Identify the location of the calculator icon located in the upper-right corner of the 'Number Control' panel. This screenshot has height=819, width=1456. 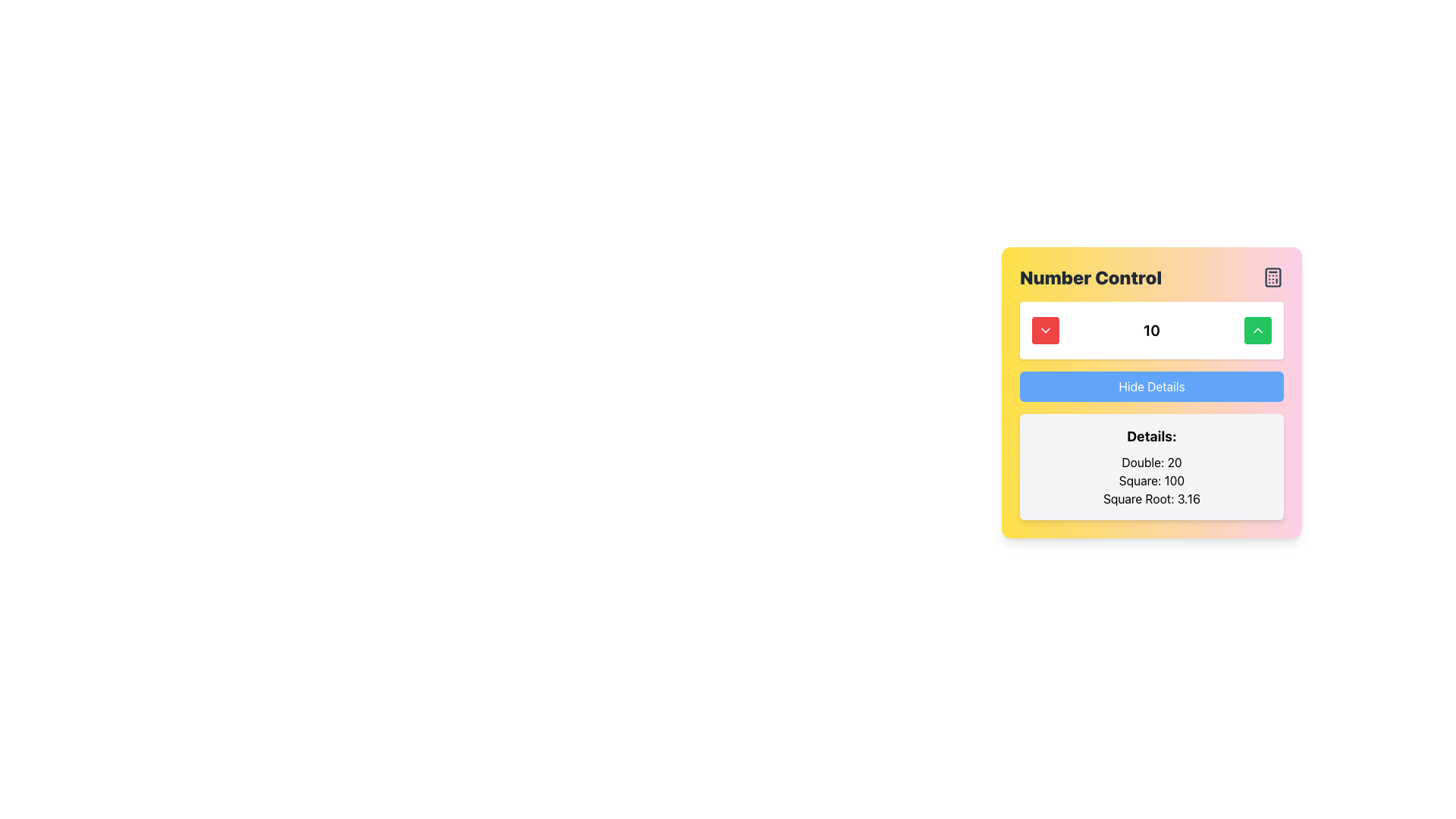
(1273, 278).